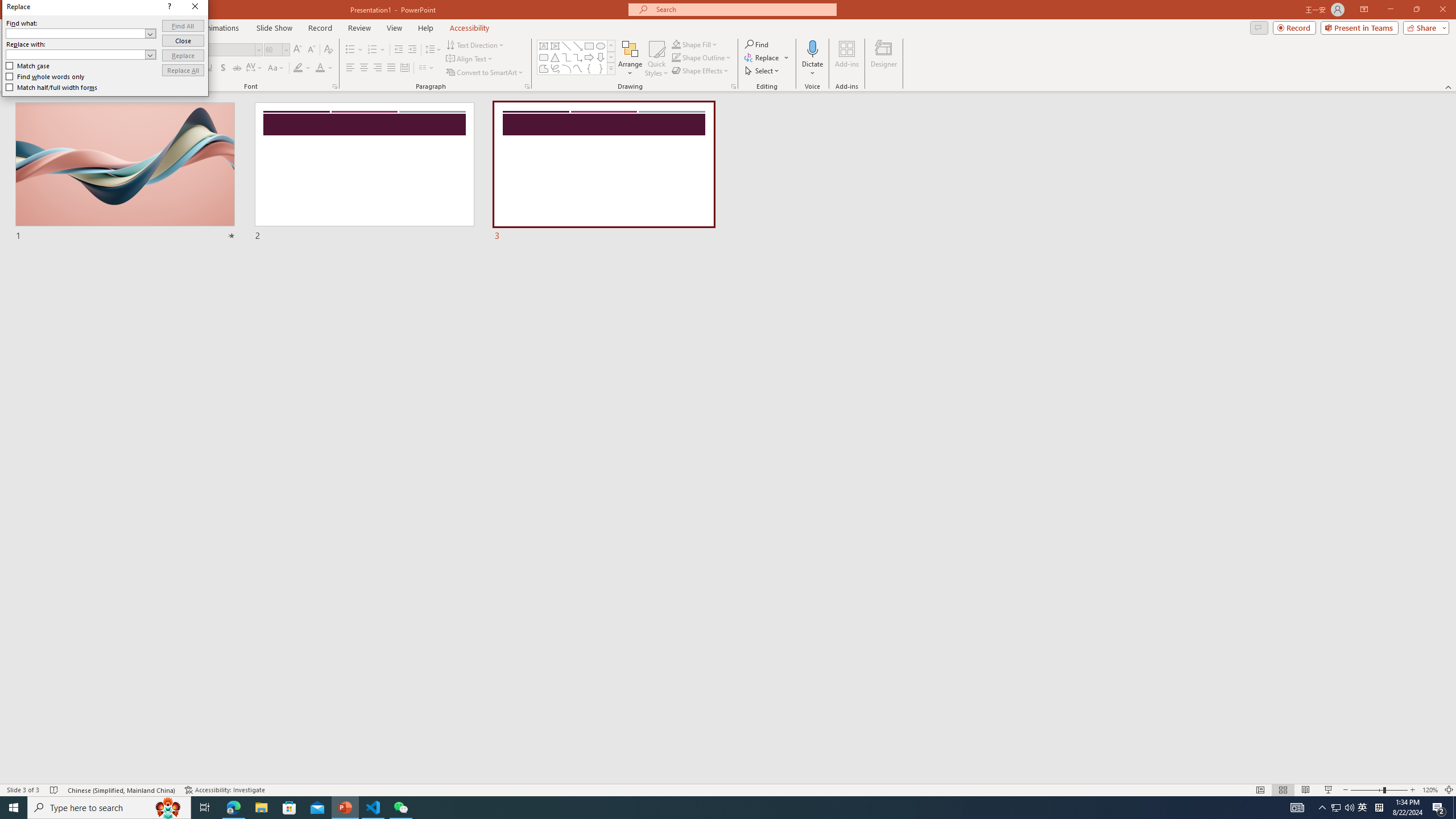  Describe the element at coordinates (81, 33) in the screenshot. I see `'Find what'` at that location.